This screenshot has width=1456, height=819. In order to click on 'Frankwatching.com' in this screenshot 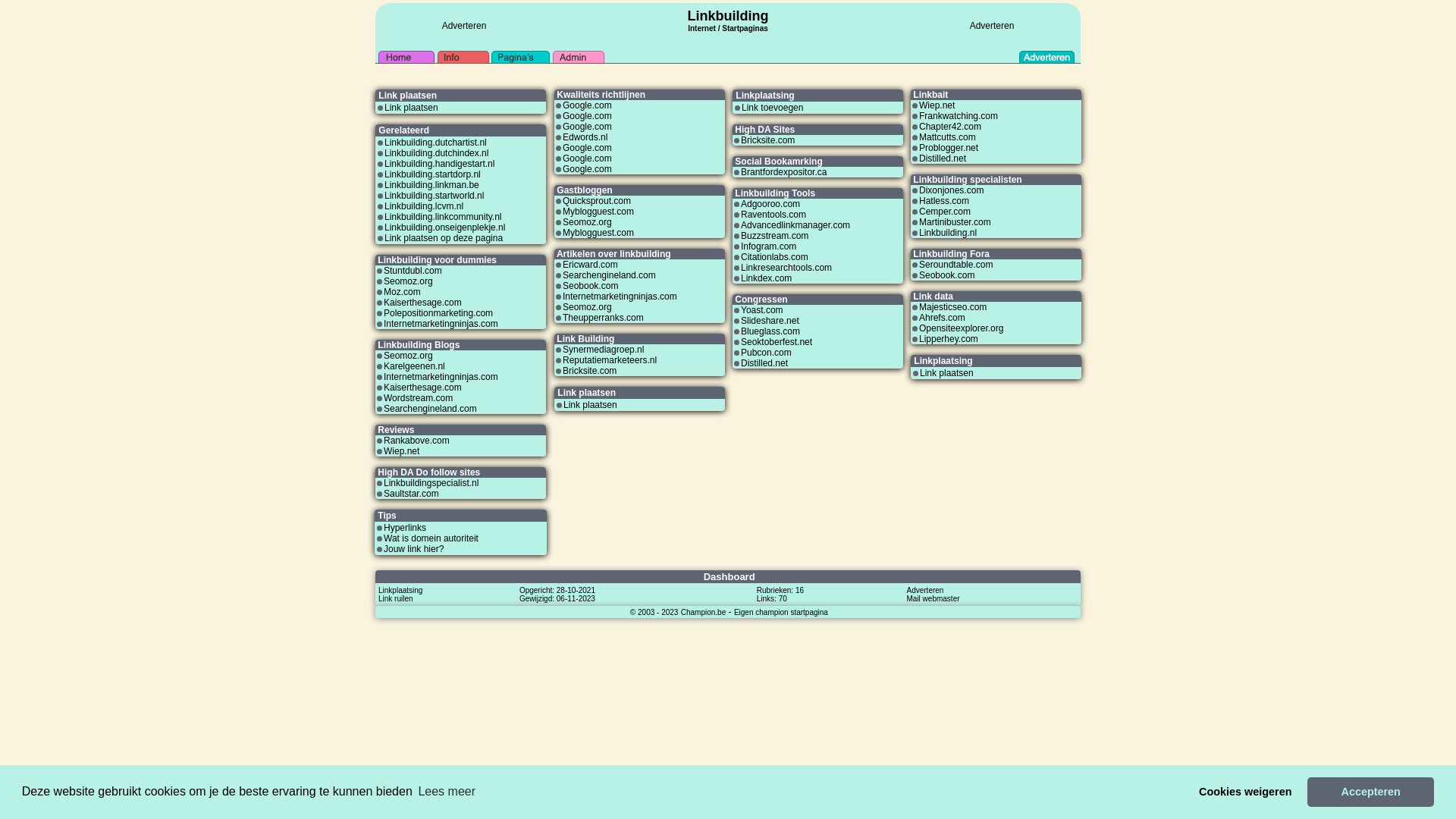, I will do `click(957, 115)`.